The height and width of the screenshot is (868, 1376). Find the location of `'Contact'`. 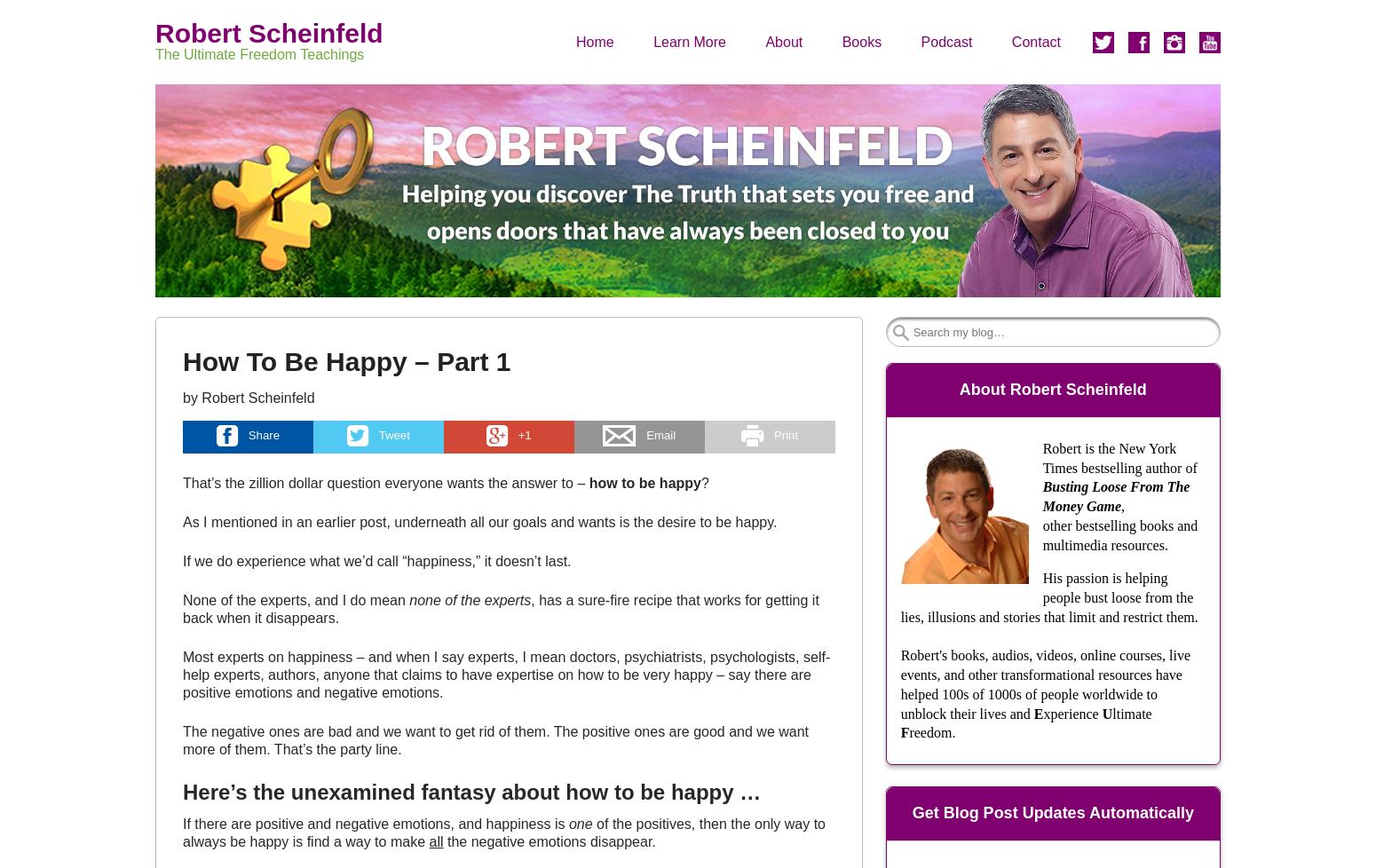

'Contact' is located at coordinates (1035, 41).